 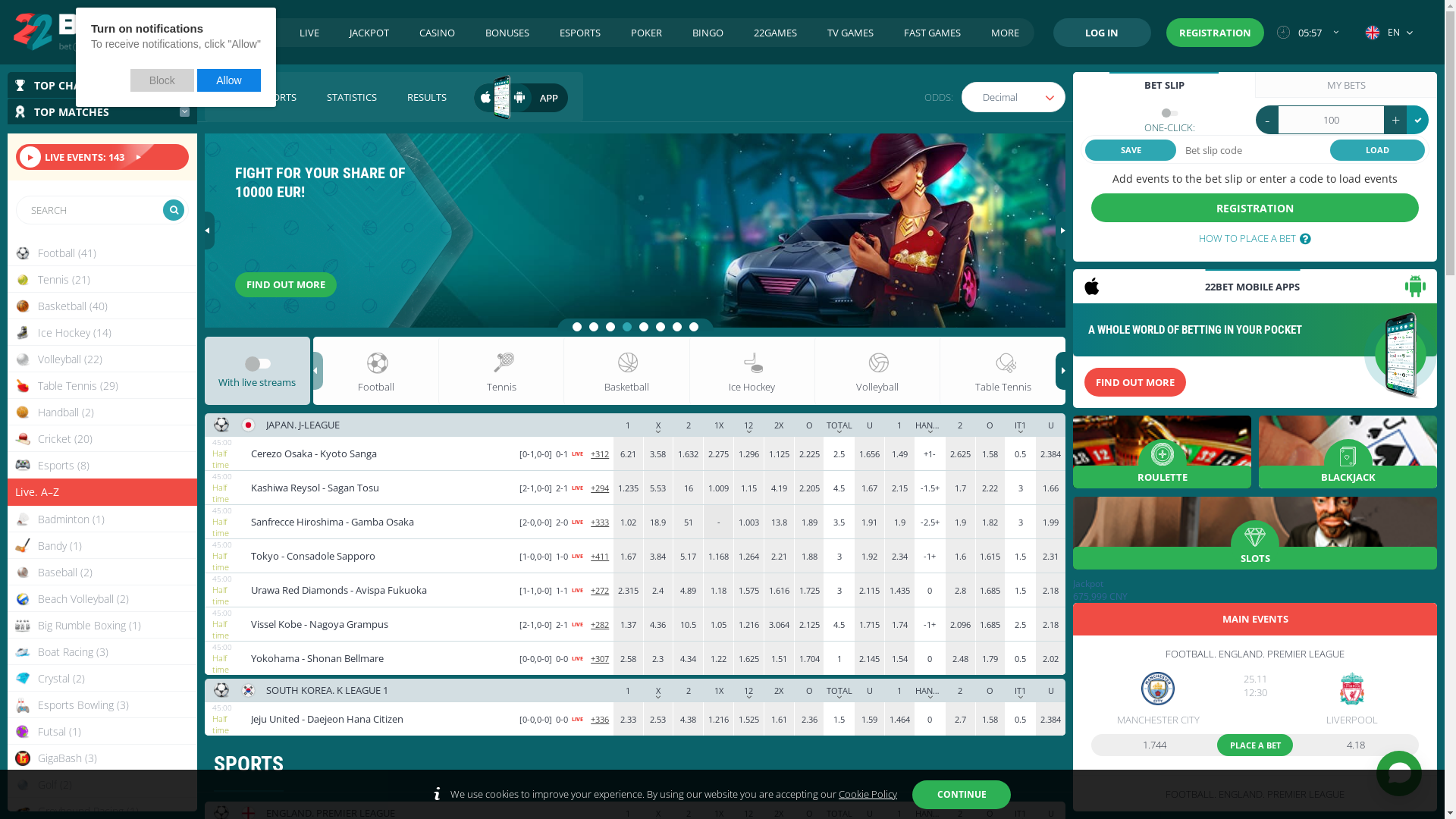 I want to click on 'Handball, so click(x=101, y=412).